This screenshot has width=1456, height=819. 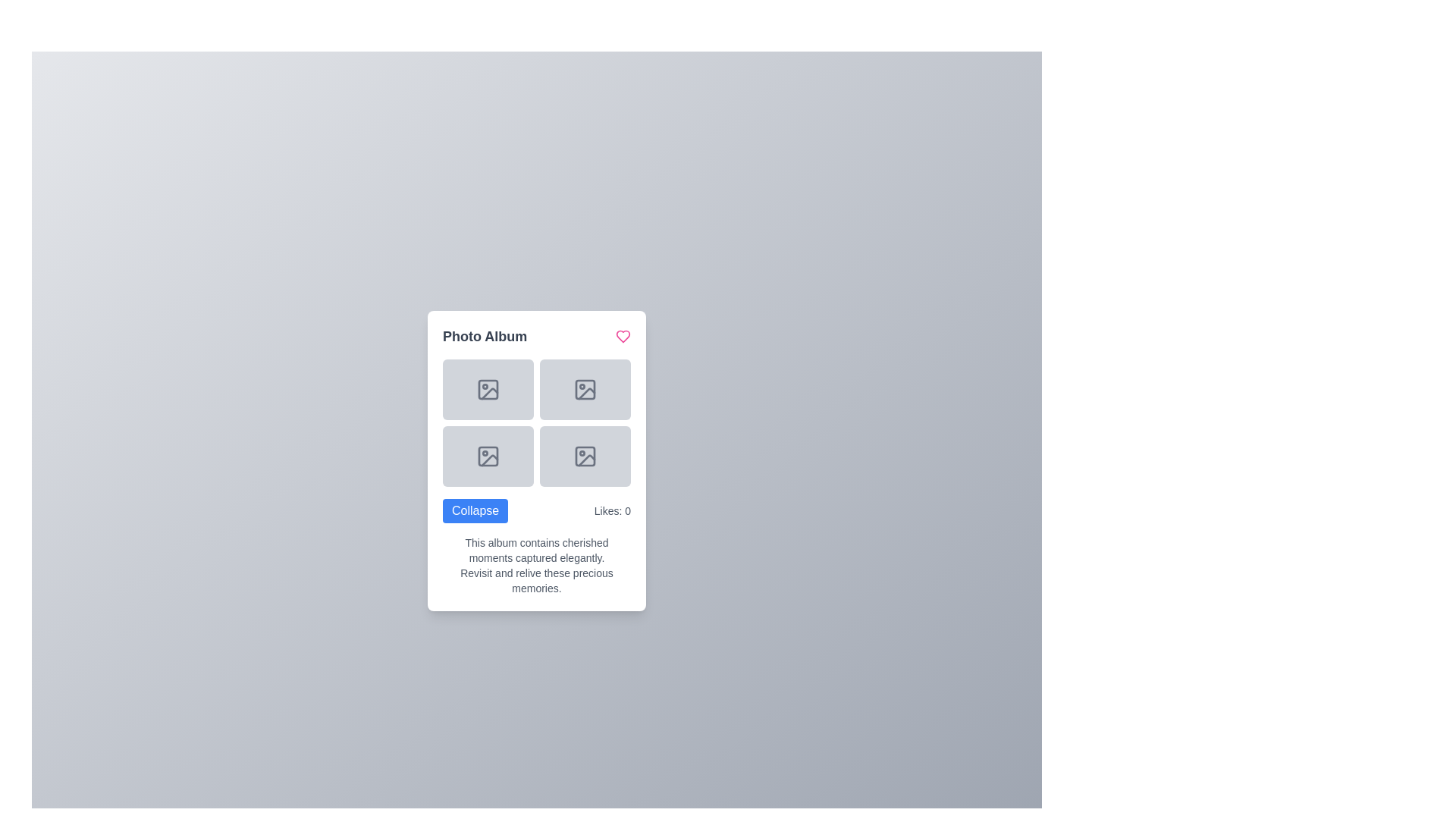 What do you see at coordinates (585, 455) in the screenshot?
I see `the gray image placeholder icon with a circular detail at the top-left corner, located in the bottom-right quarter of the photo album display` at bounding box center [585, 455].